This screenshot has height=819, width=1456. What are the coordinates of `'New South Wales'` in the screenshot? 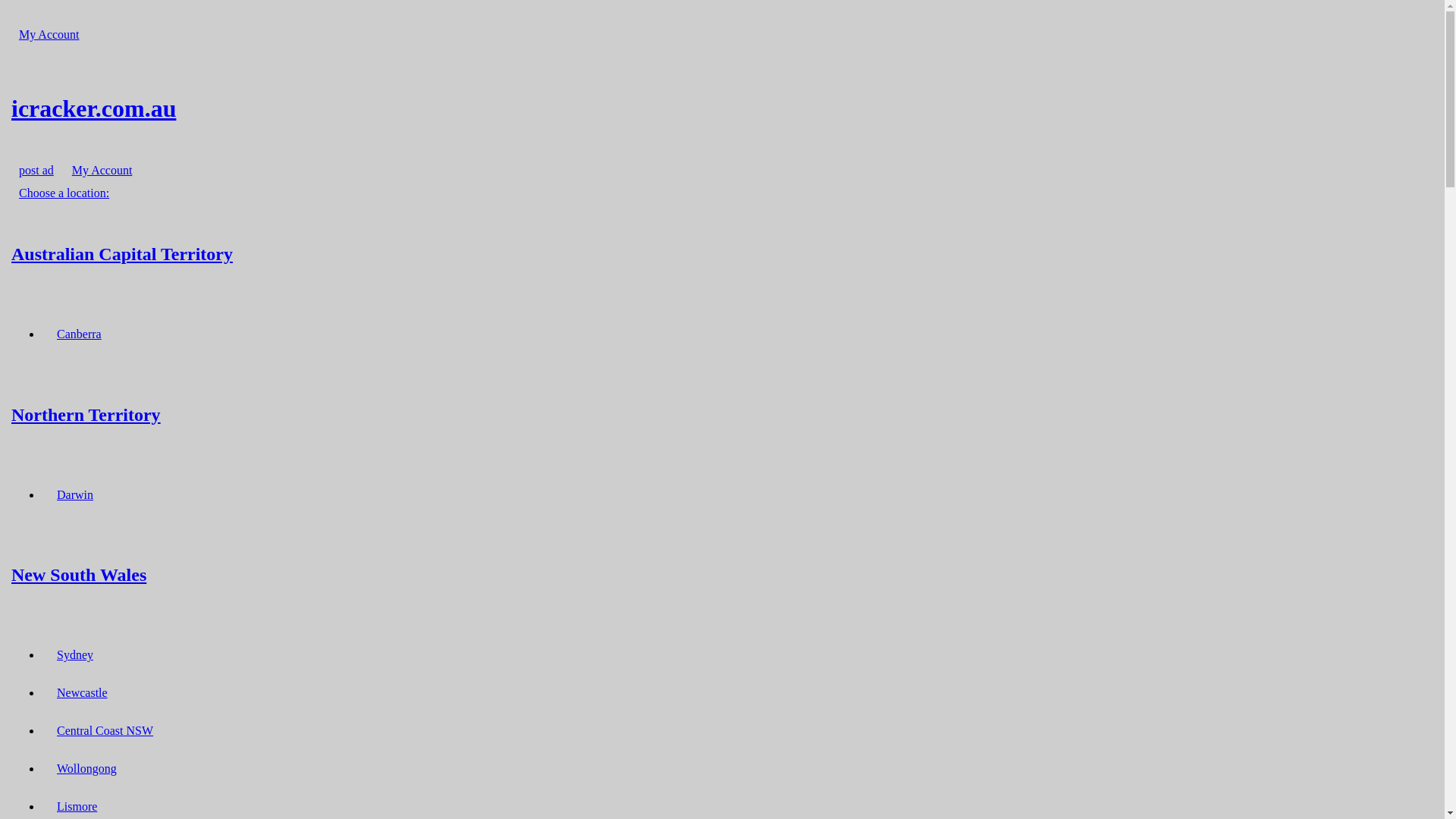 It's located at (11, 575).